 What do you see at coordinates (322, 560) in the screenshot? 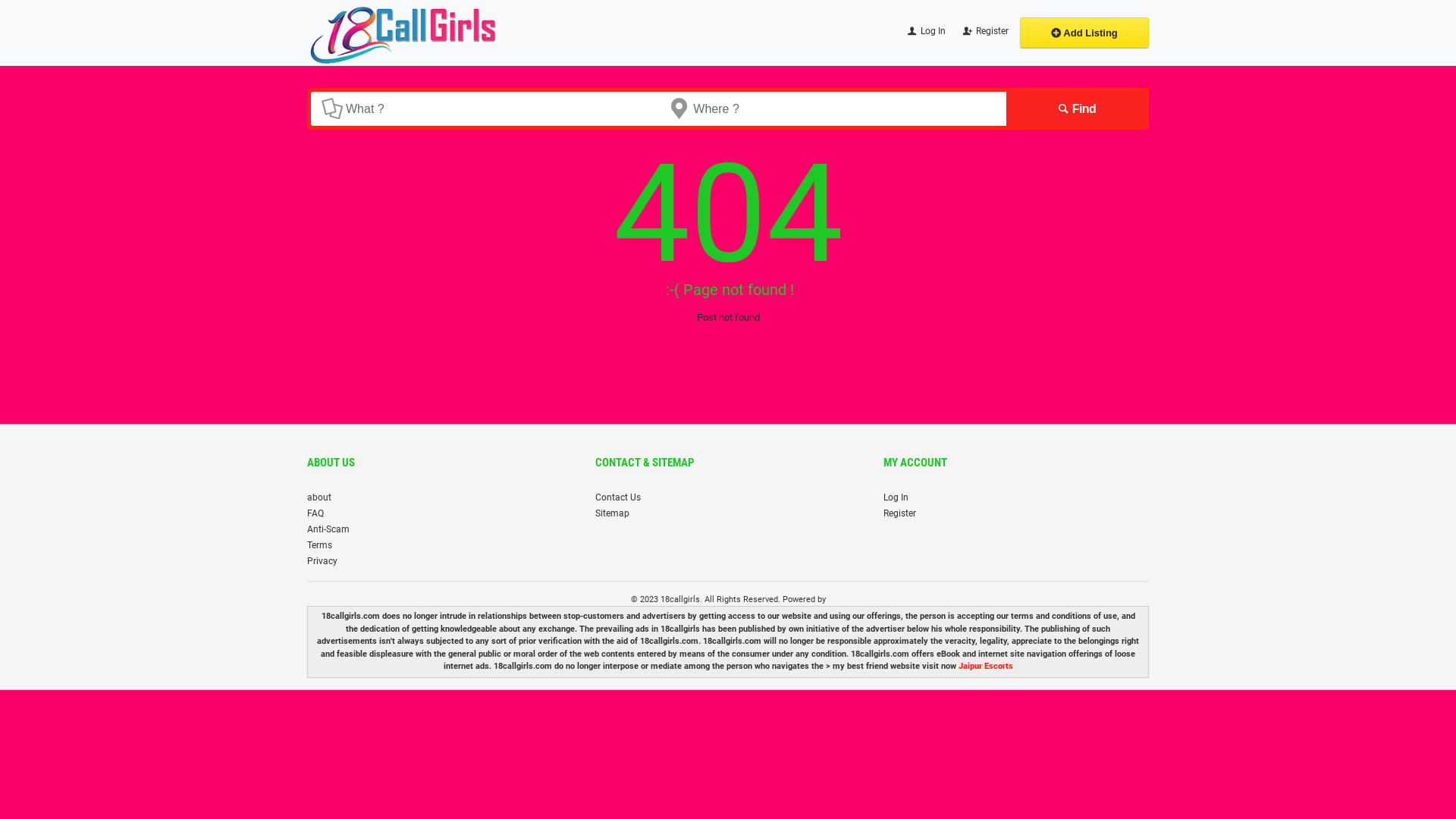
I see `'Privacy'` at bounding box center [322, 560].